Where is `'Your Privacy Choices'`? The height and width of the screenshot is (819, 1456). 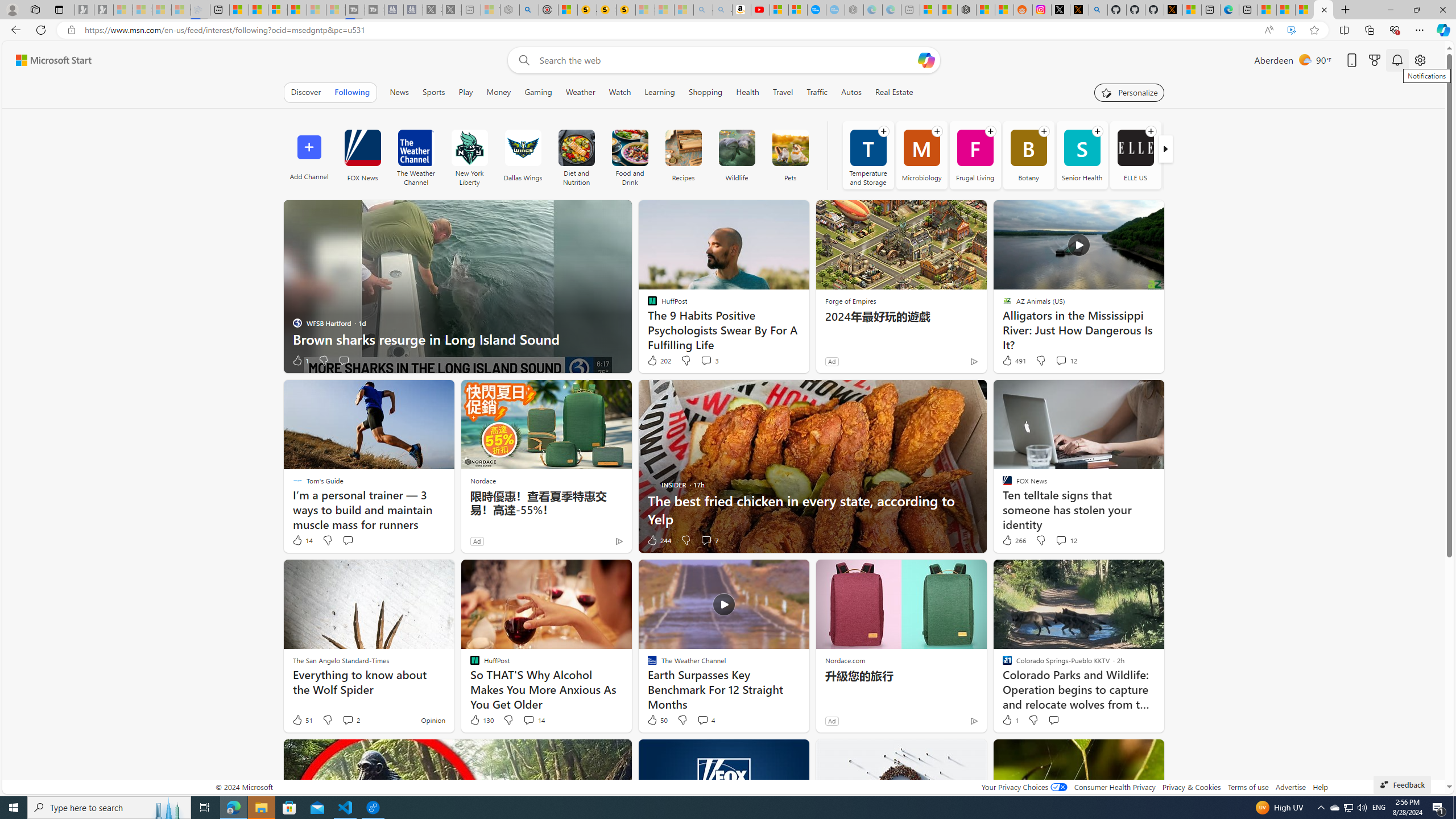
'Your Privacy Choices' is located at coordinates (1023, 786).